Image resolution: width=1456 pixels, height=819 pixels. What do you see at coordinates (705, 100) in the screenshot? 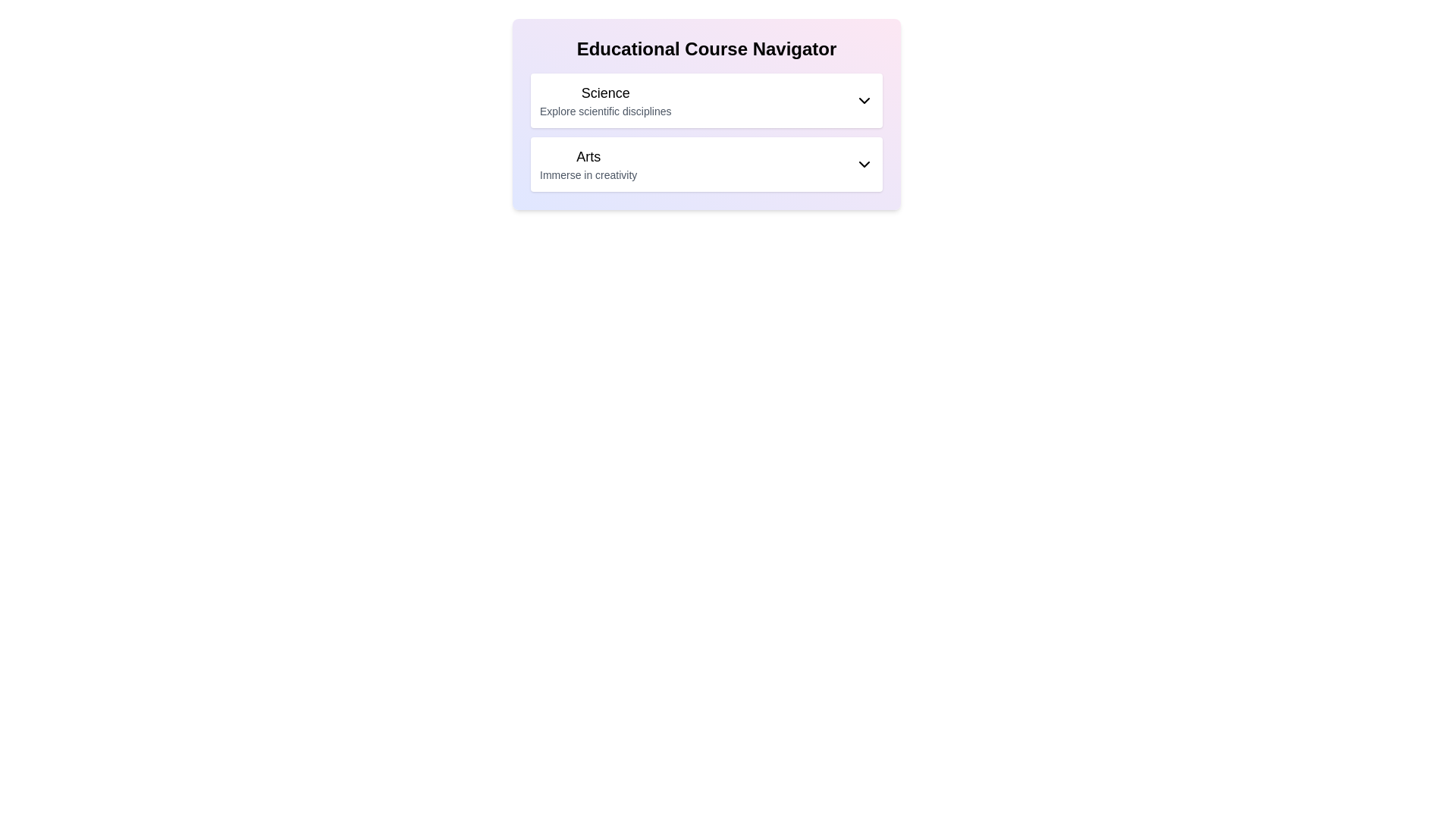
I see `the collapsible dropdown header labeled 'Science'` at bounding box center [705, 100].